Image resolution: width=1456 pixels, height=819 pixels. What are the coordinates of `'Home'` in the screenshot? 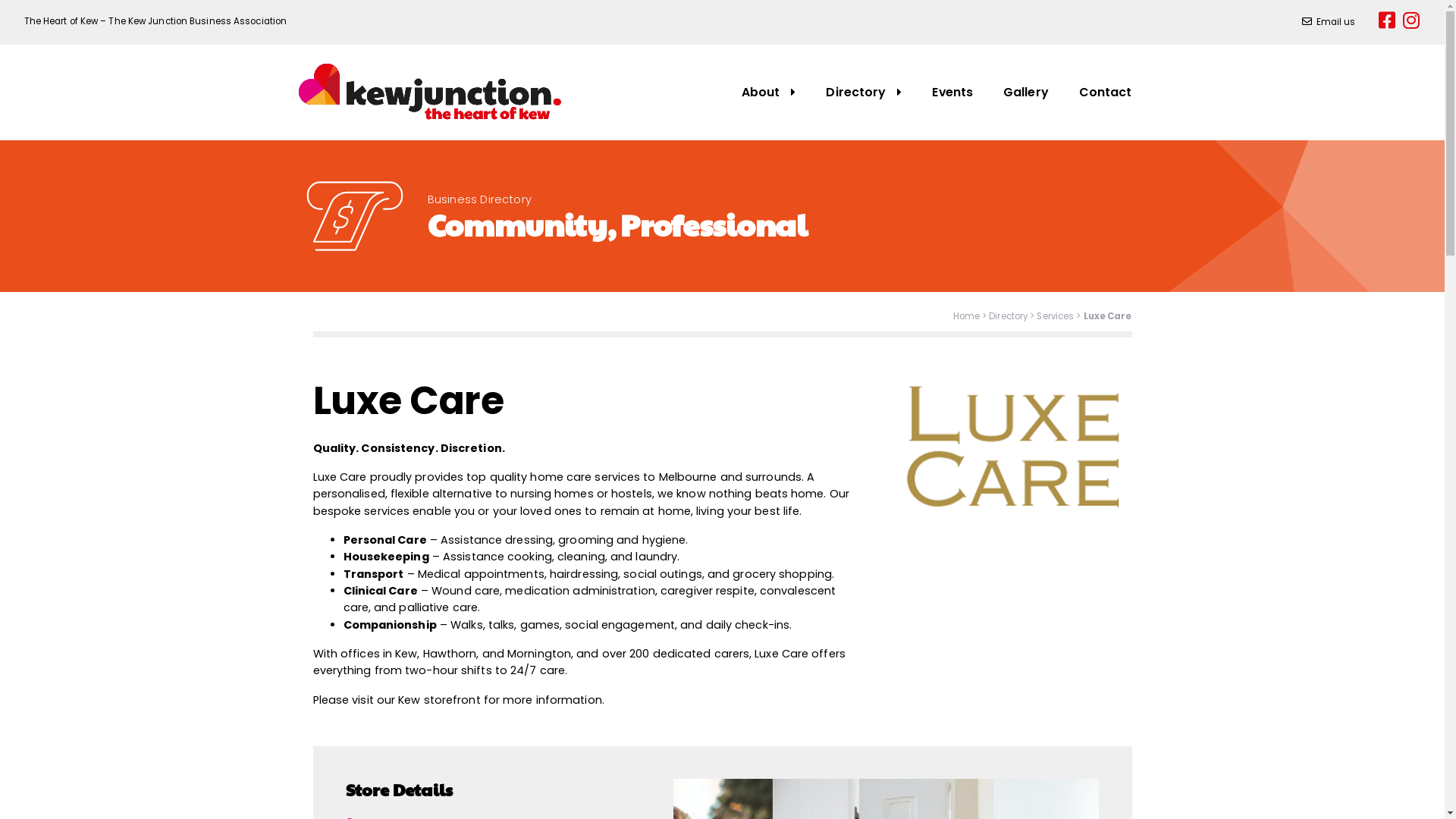 It's located at (965, 315).